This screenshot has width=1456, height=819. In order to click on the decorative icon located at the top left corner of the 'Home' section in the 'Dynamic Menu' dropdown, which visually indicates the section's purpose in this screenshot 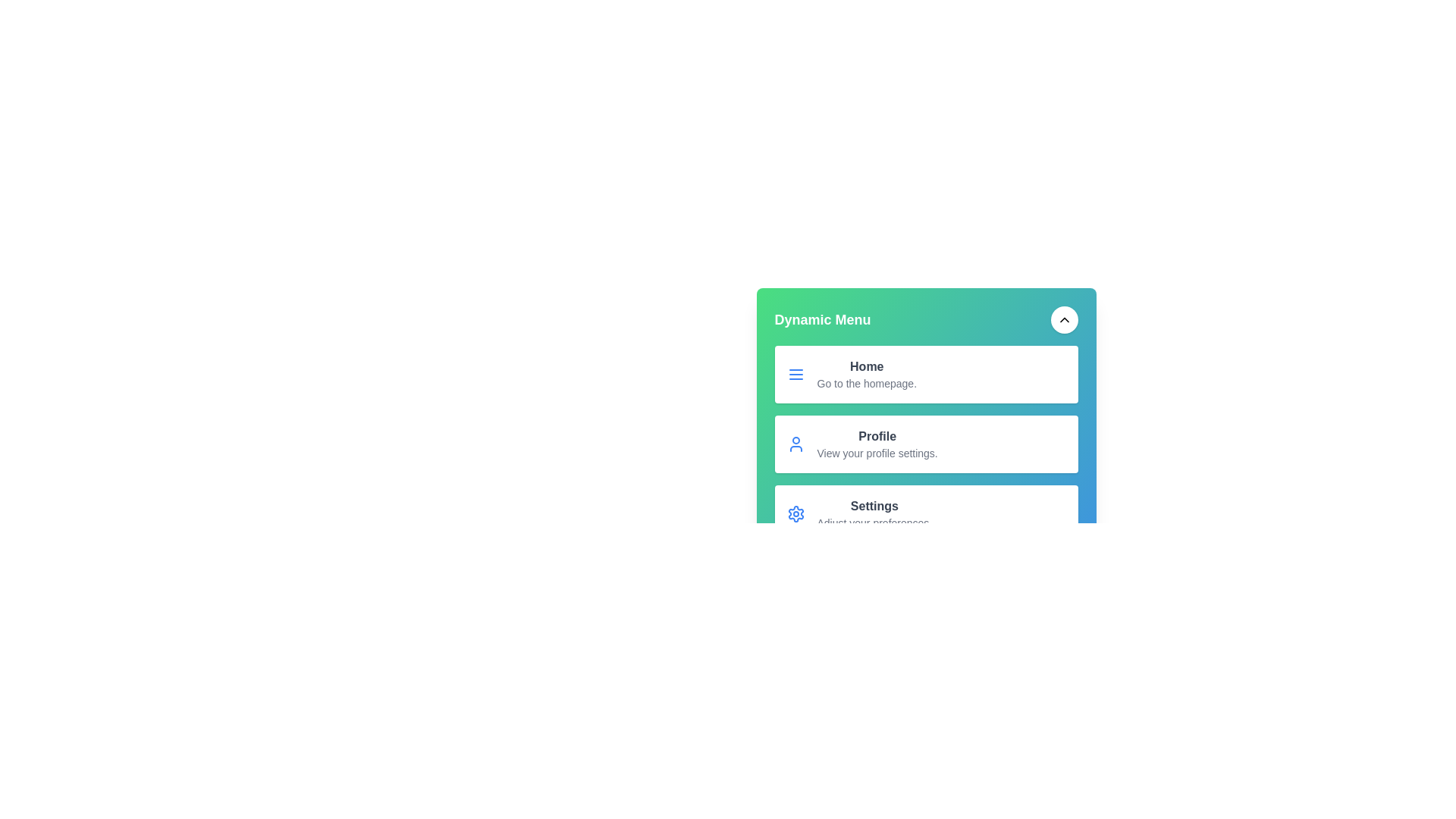, I will do `click(795, 374)`.